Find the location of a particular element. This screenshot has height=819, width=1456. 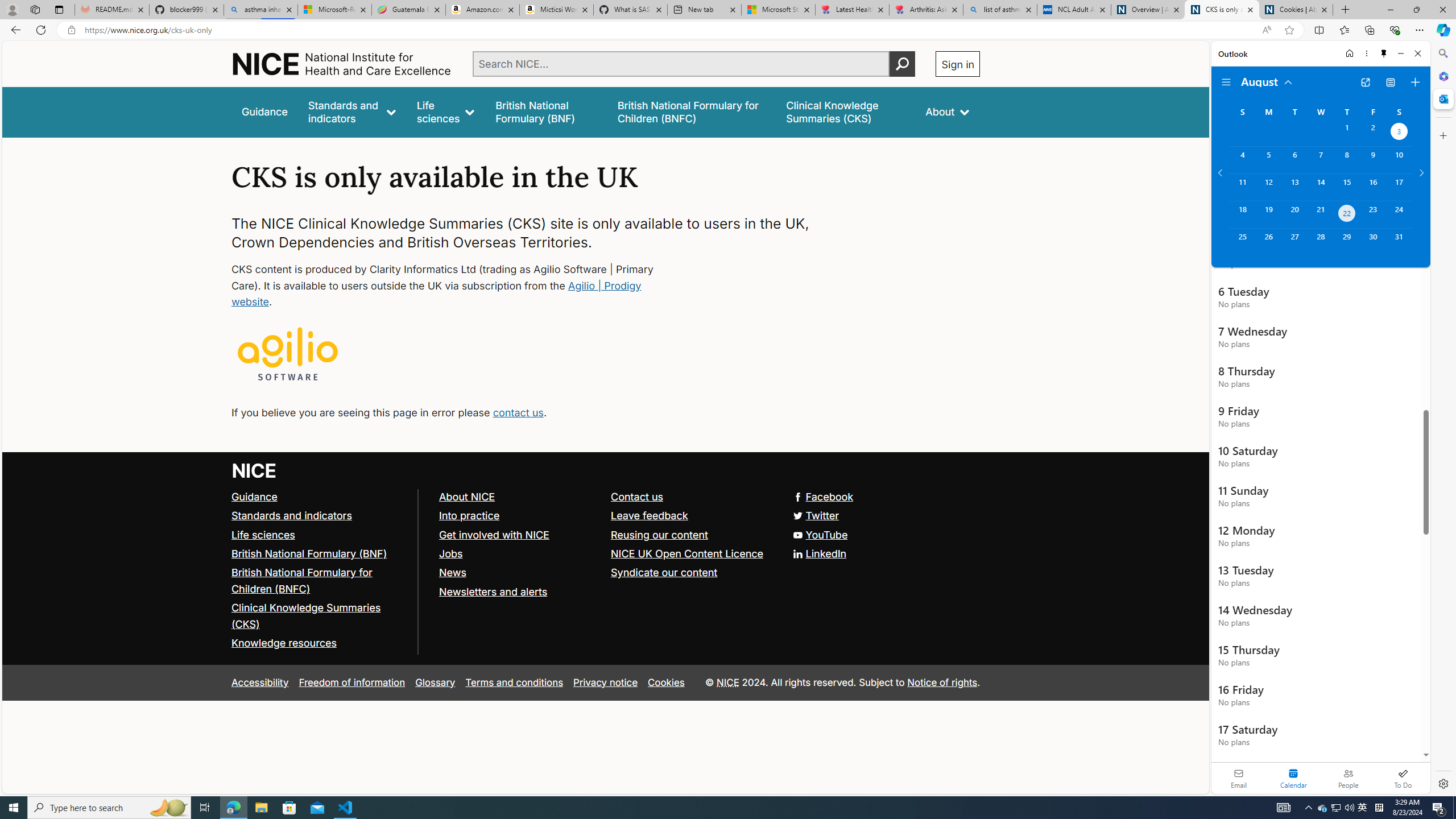

'Monday, August 12, 2024. ' is located at coordinates (1268, 187).